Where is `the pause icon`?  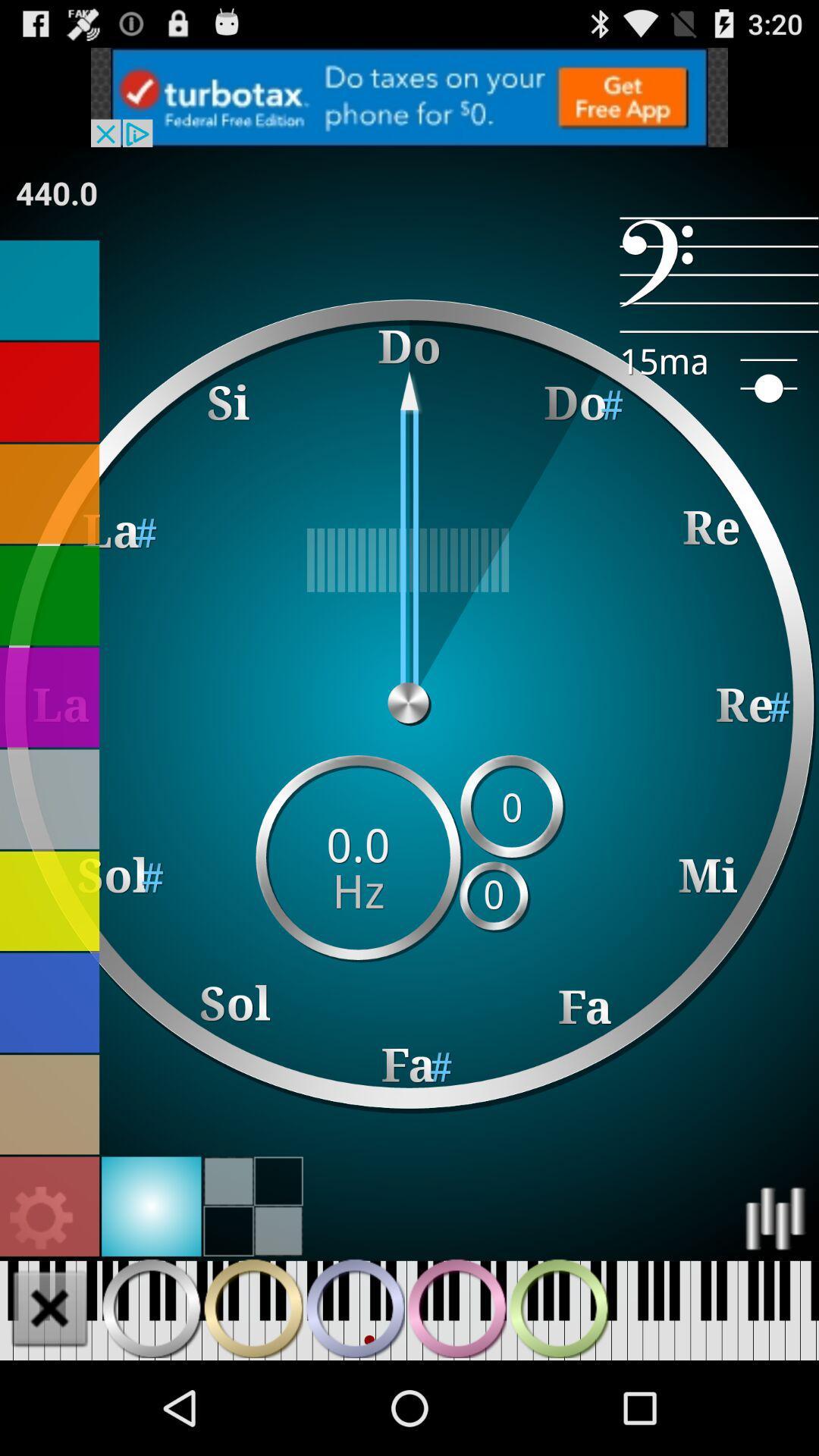
the pause icon is located at coordinates (558, 1399).